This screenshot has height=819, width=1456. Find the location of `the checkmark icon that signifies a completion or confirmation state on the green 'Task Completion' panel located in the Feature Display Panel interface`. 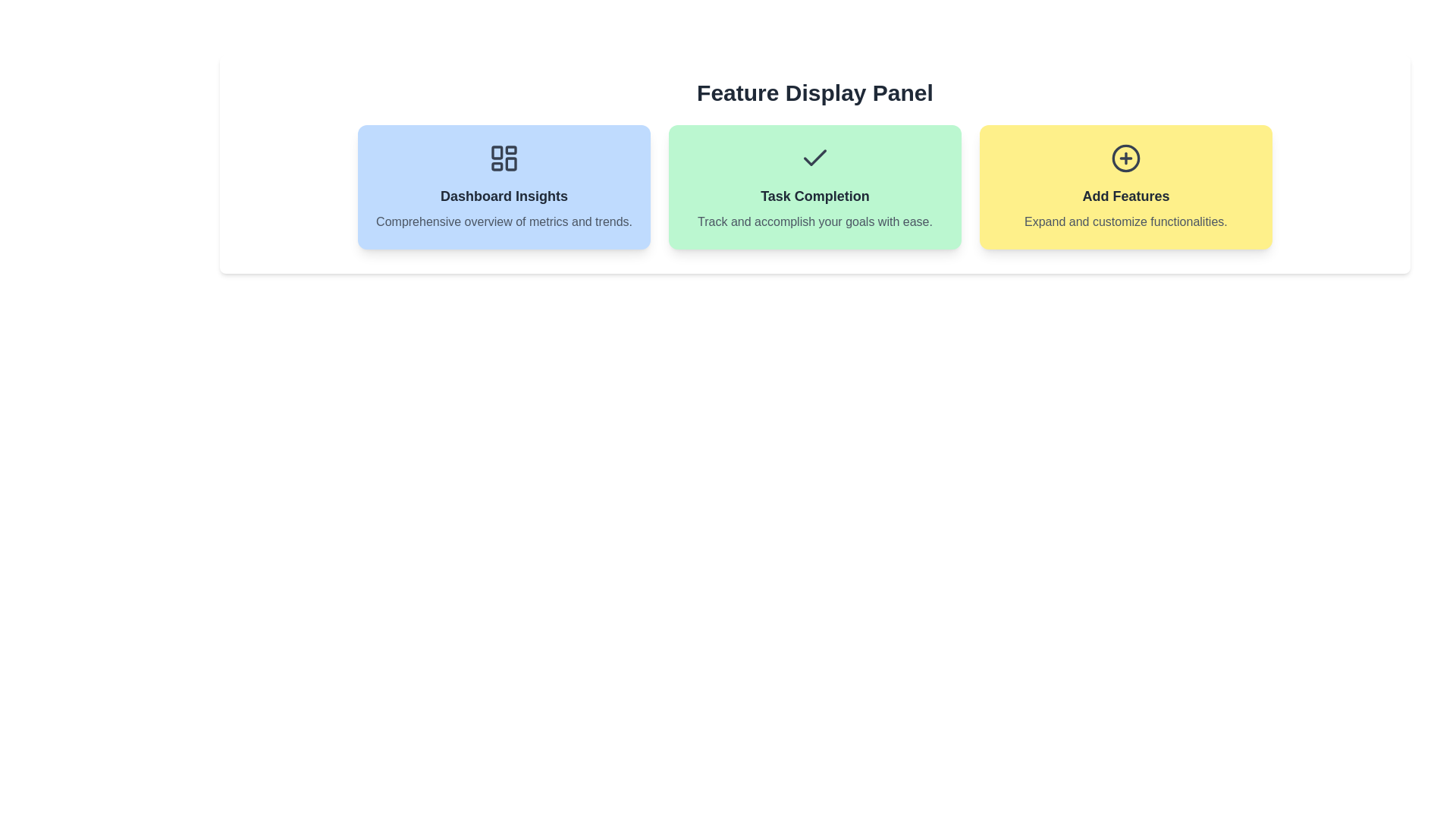

the checkmark icon that signifies a completion or confirmation state on the green 'Task Completion' panel located in the Feature Display Panel interface is located at coordinates (814, 158).